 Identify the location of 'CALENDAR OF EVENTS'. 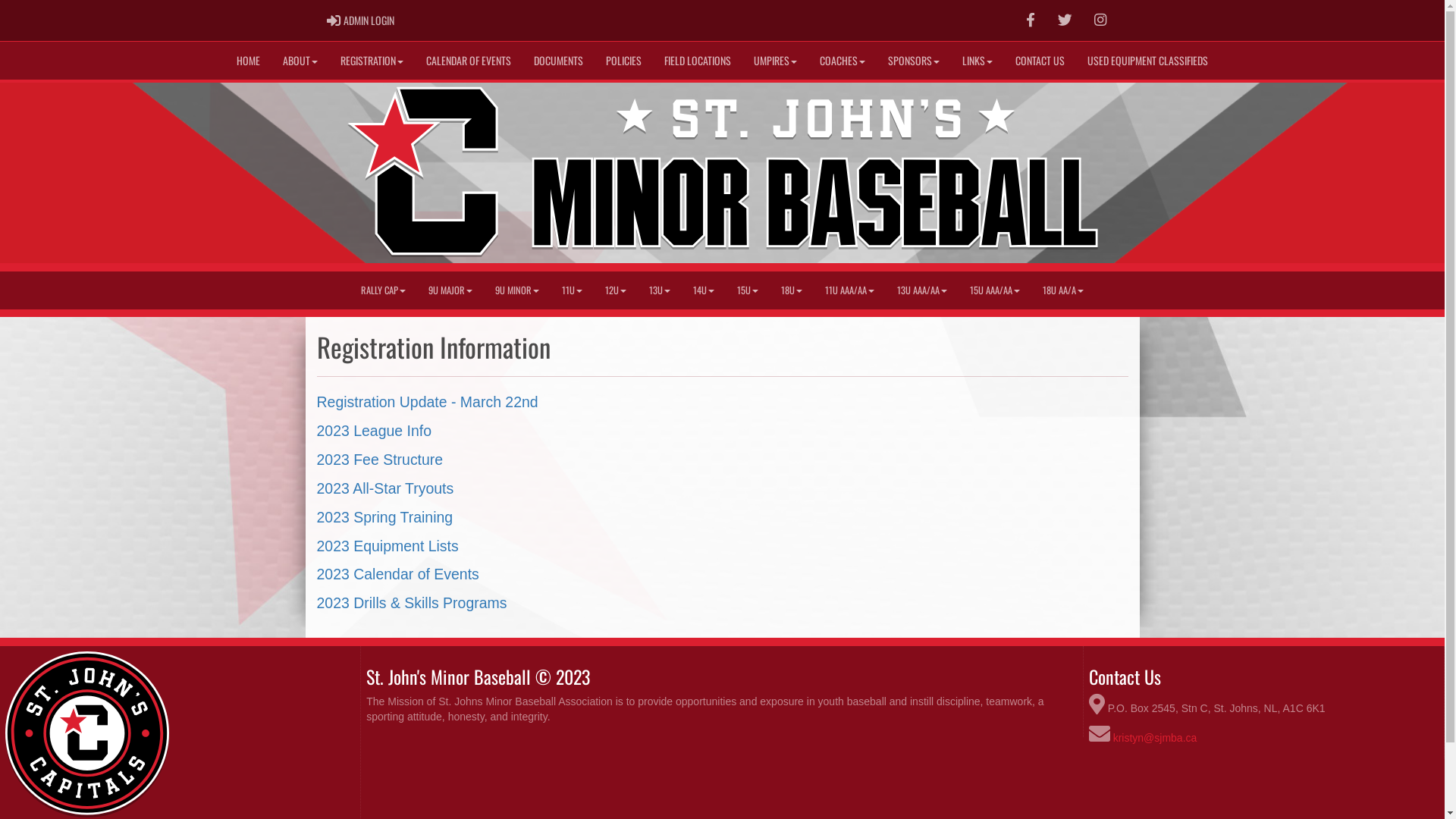
(468, 60).